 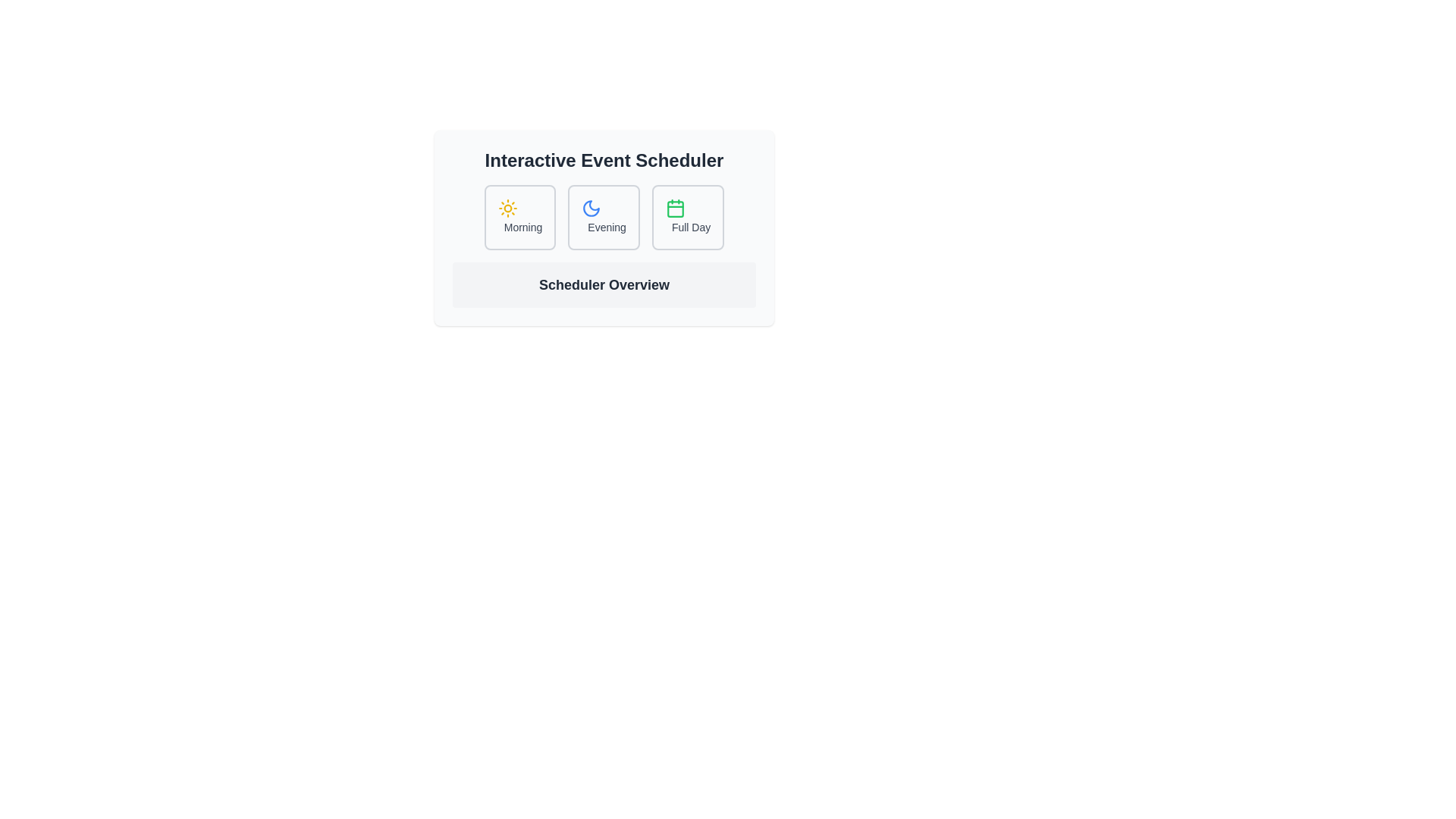 What do you see at coordinates (523, 227) in the screenshot?
I see `the text label displaying 'Morning', which is a small gray font text left-aligned within a clickable card option for 'Morning'` at bounding box center [523, 227].